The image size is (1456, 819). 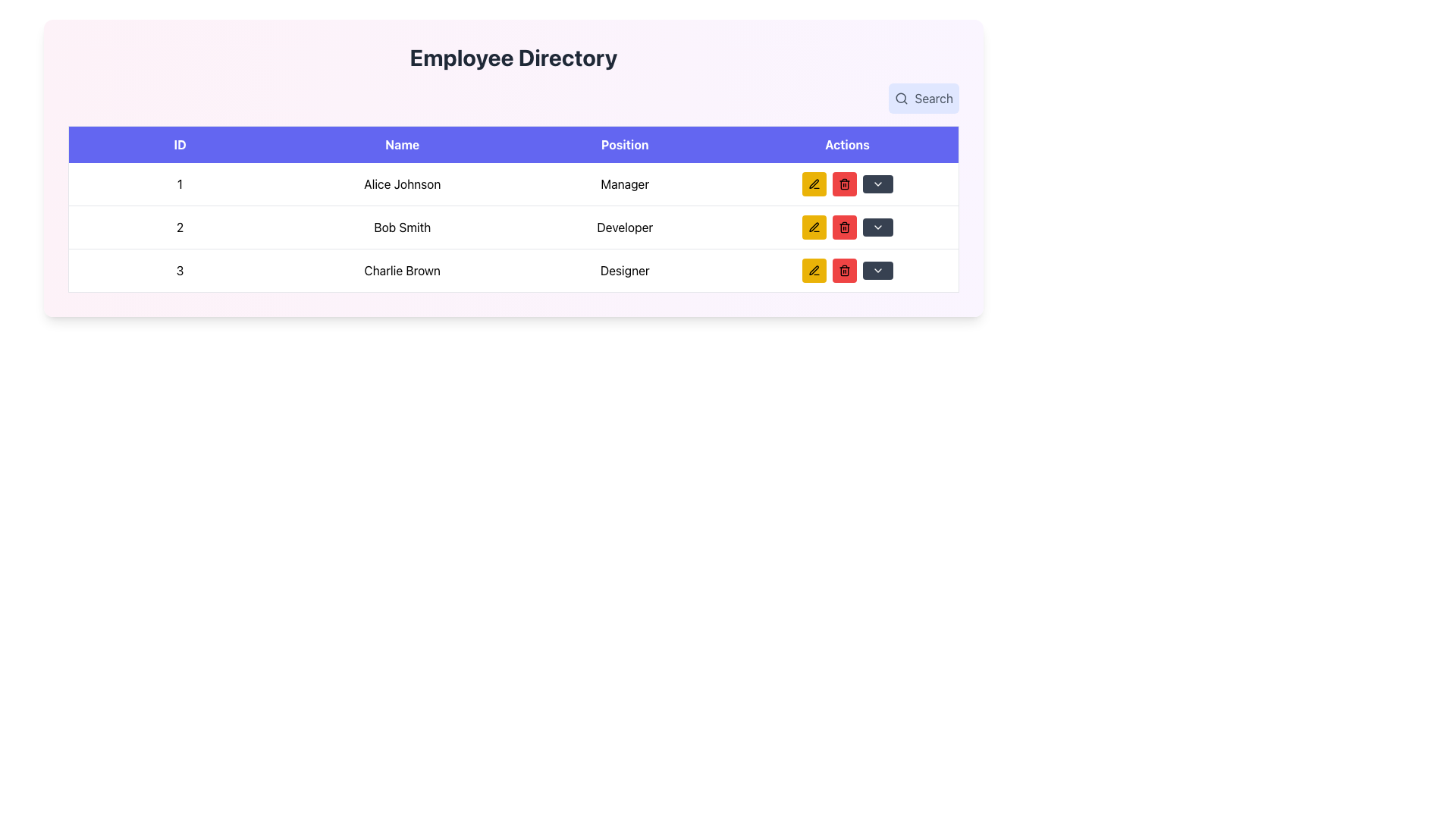 I want to click on the text of the 'Designer' label for employee 'Charlie Brown' in the third row of the position column, so click(x=625, y=270).